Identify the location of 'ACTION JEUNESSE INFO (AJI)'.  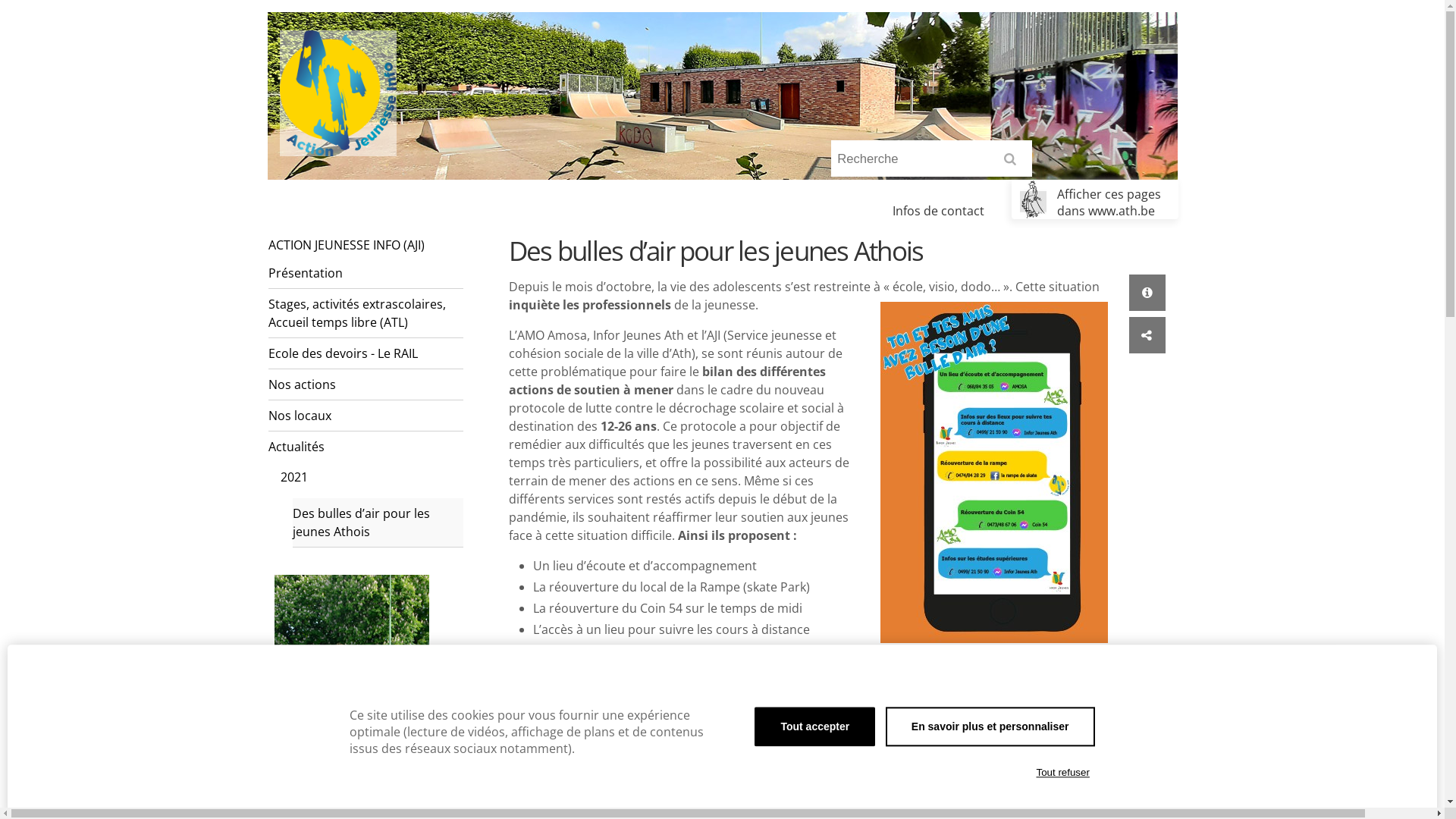
(365, 244).